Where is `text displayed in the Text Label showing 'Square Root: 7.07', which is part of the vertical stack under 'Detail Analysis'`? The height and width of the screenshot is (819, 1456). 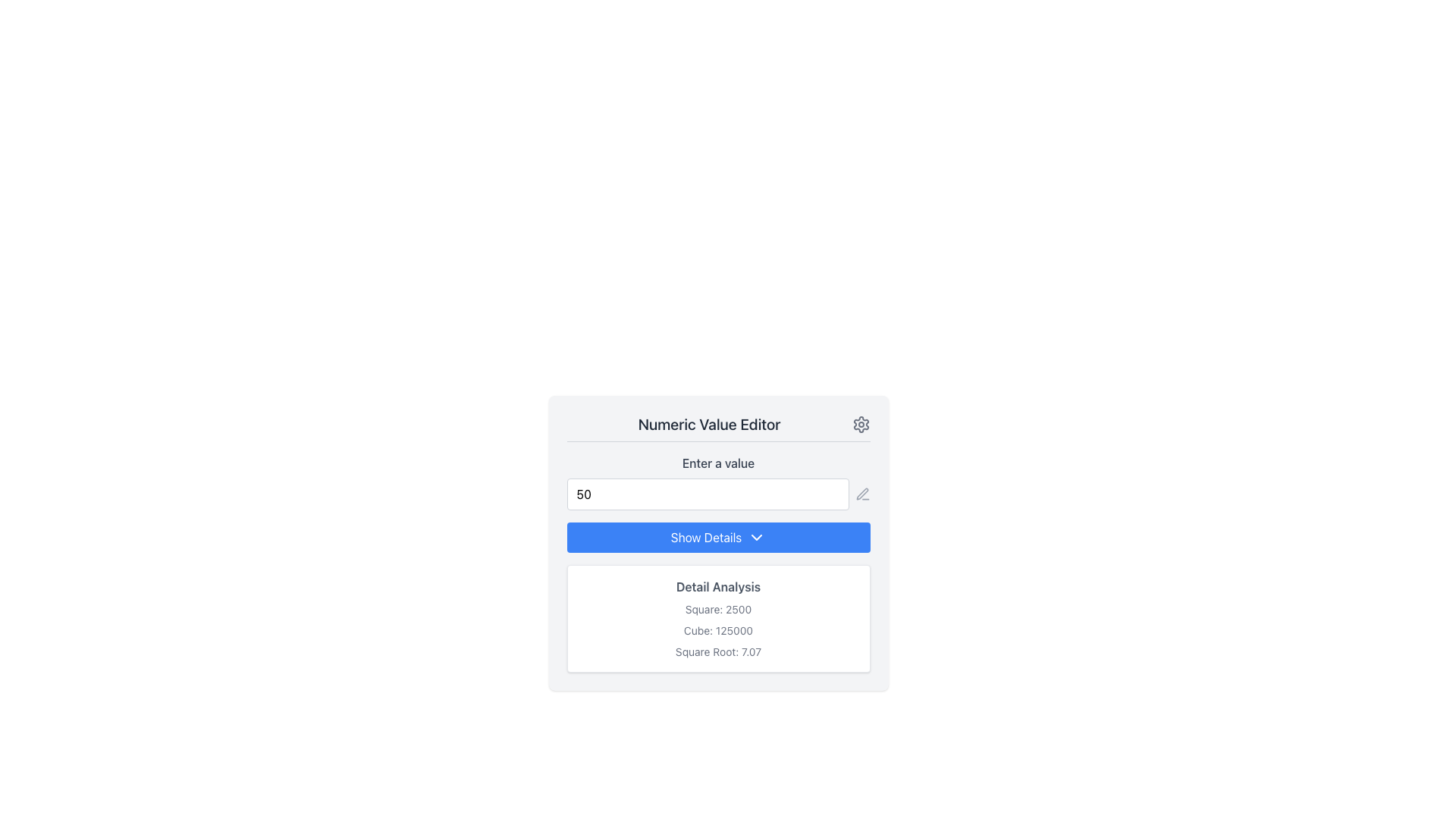 text displayed in the Text Label showing 'Square Root: 7.07', which is part of the vertical stack under 'Detail Analysis' is located at coordinates (717, 651).